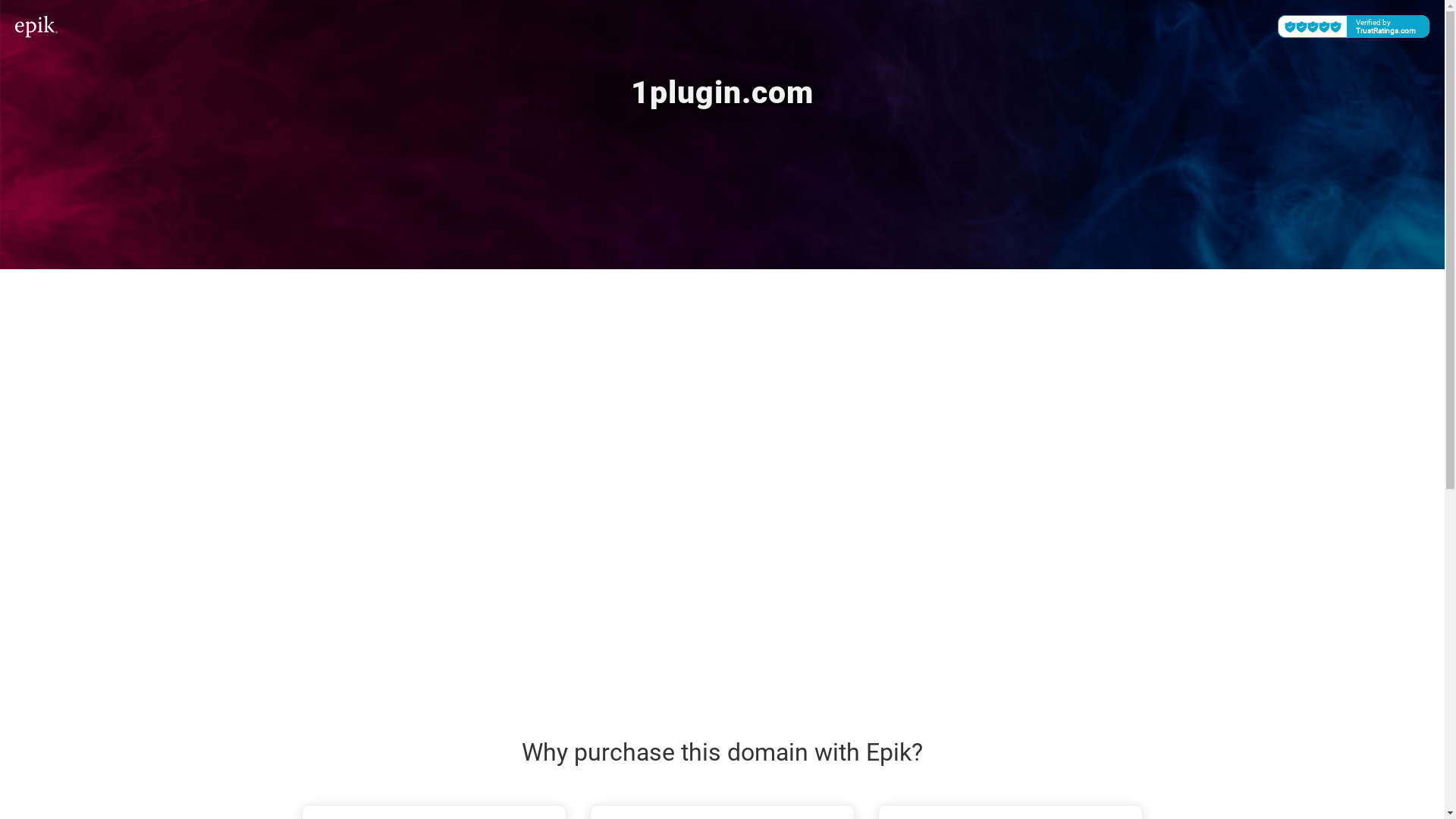  I want to click on 'Verified by TrustRatings.com', so click(1354, 26).